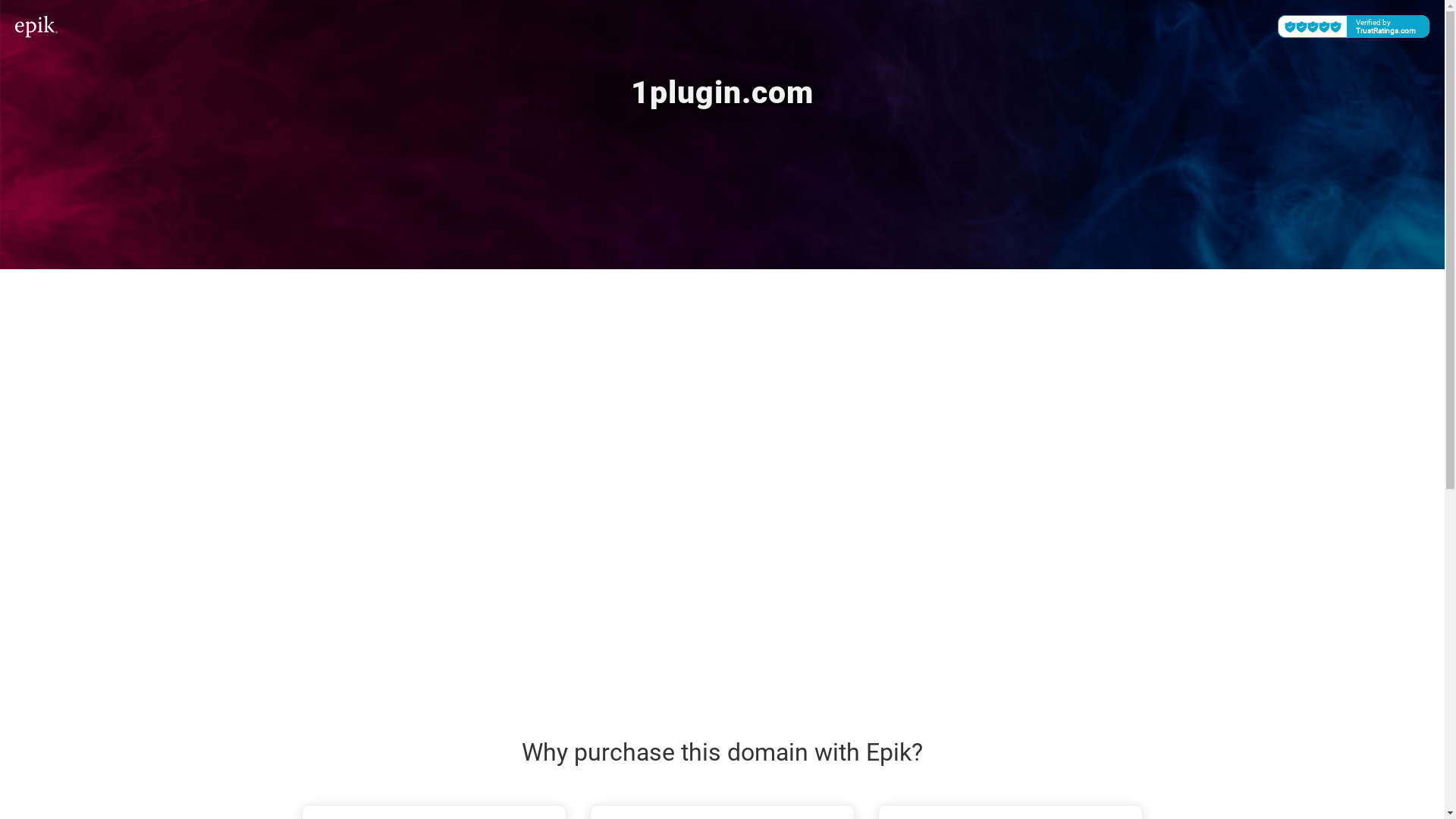  I want to click on 'Verified by TrustRatings.com', so click(1354, 26).